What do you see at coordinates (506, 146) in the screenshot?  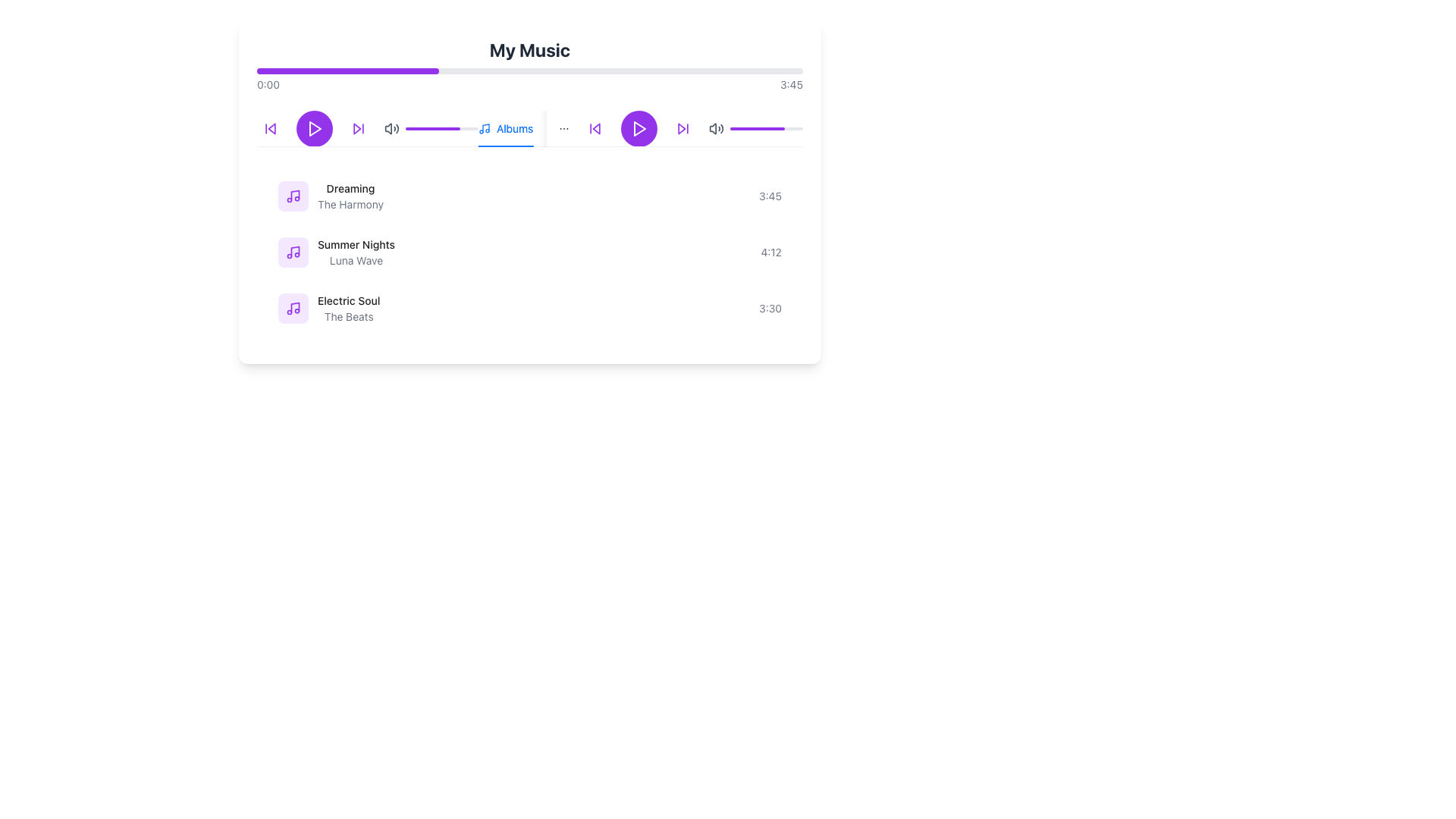 I see `the Highlight/Indicator Bar located below the 'Albums' tab in the navigation system above the music tracks list` at bounding box center [506, 146].